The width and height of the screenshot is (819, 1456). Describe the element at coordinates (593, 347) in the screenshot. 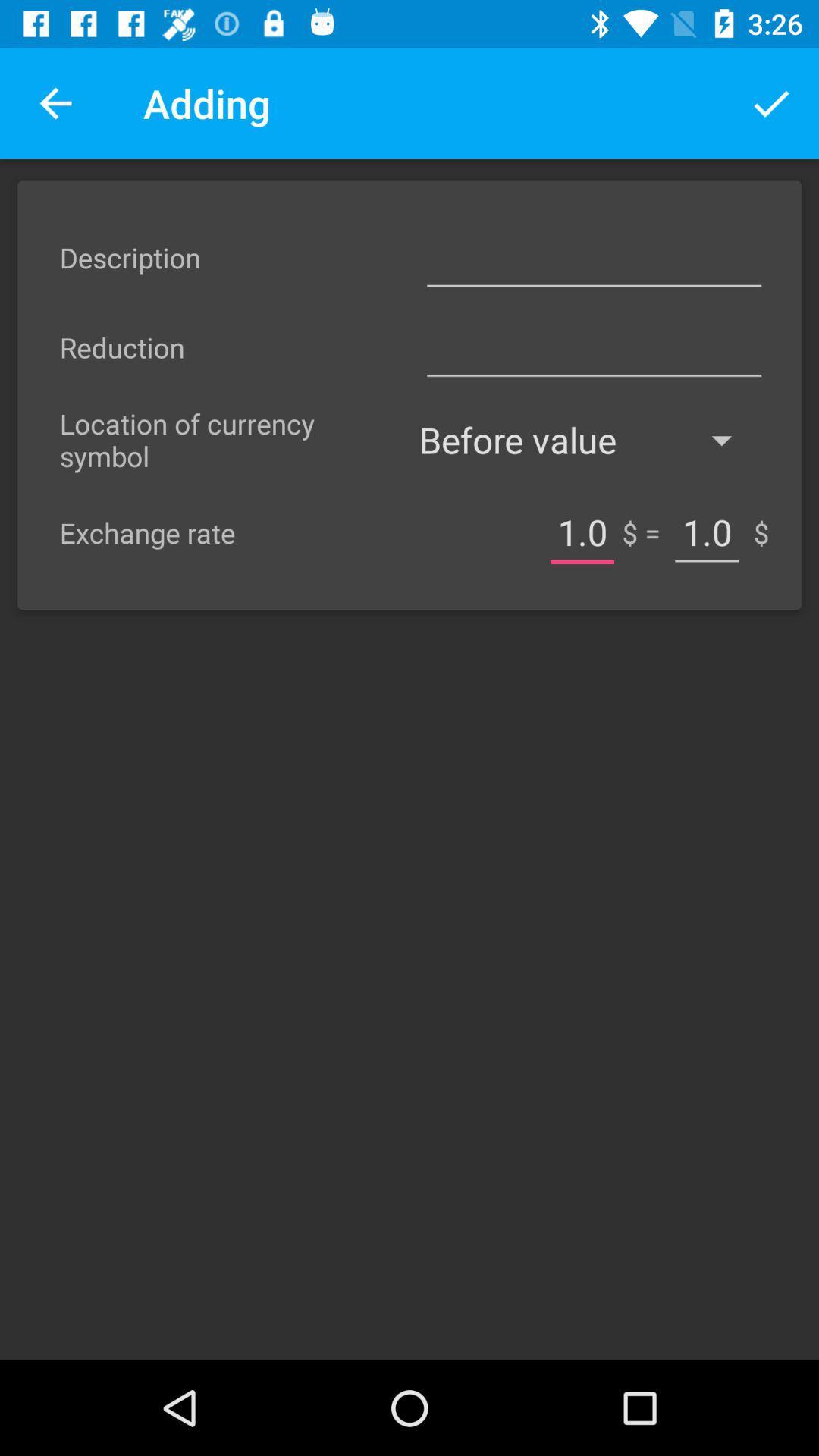

I see `input reduction value` at that location.